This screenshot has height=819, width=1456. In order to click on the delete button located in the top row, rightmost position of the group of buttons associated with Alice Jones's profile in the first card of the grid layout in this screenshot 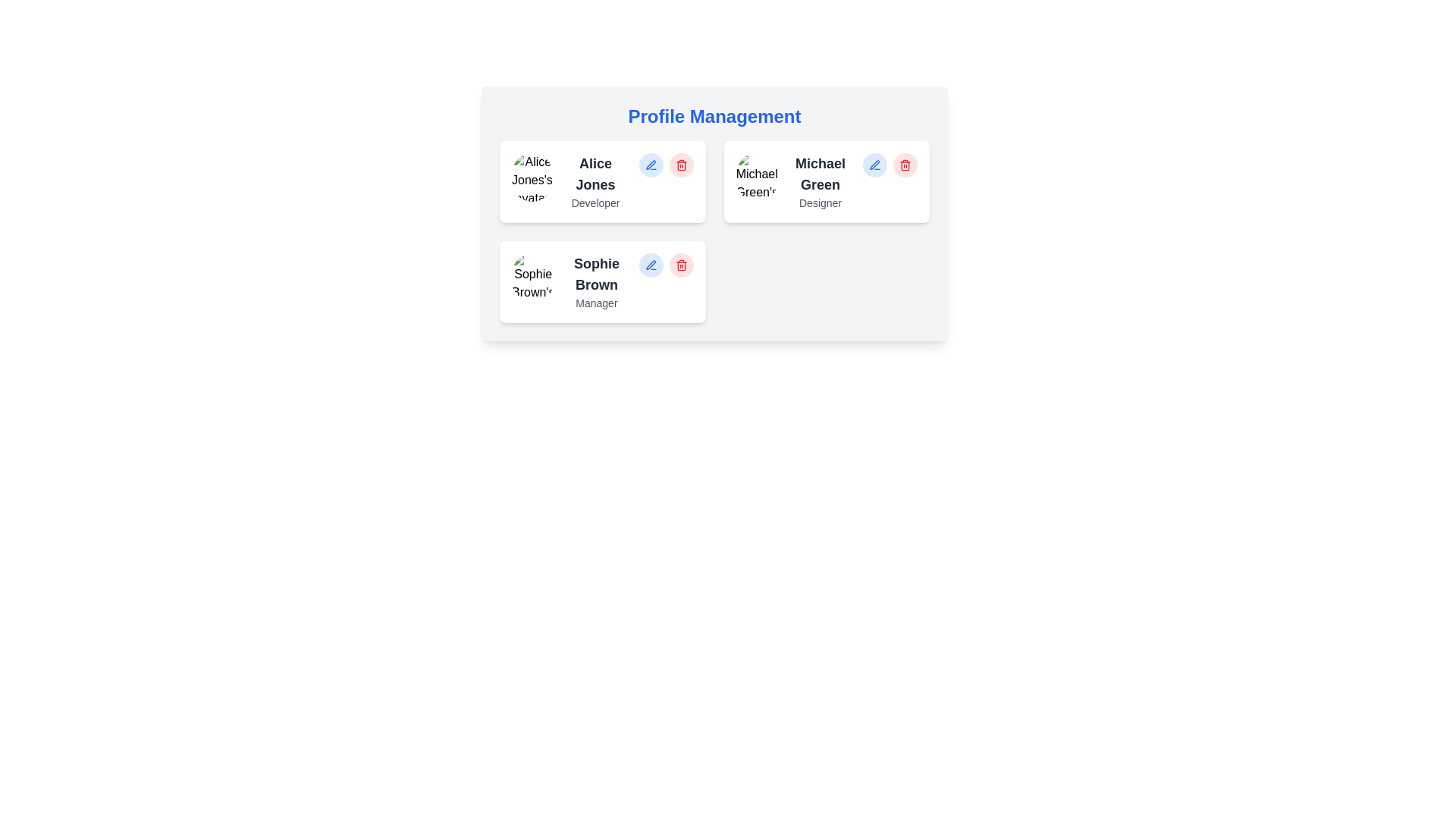, I will do `click(680, 165)`.